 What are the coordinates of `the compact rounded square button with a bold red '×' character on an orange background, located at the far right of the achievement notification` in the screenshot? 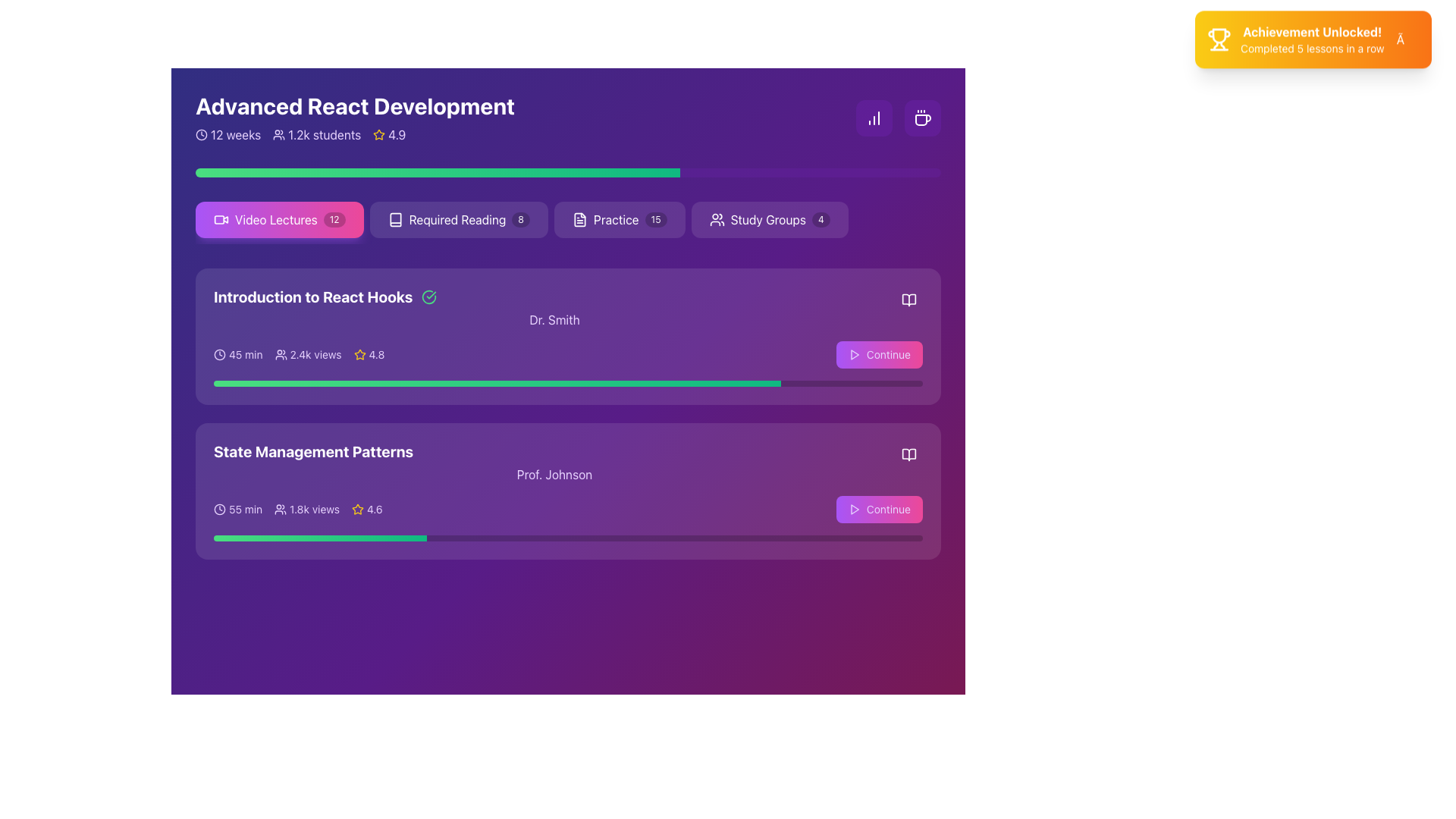 It's located at (1405, 45).